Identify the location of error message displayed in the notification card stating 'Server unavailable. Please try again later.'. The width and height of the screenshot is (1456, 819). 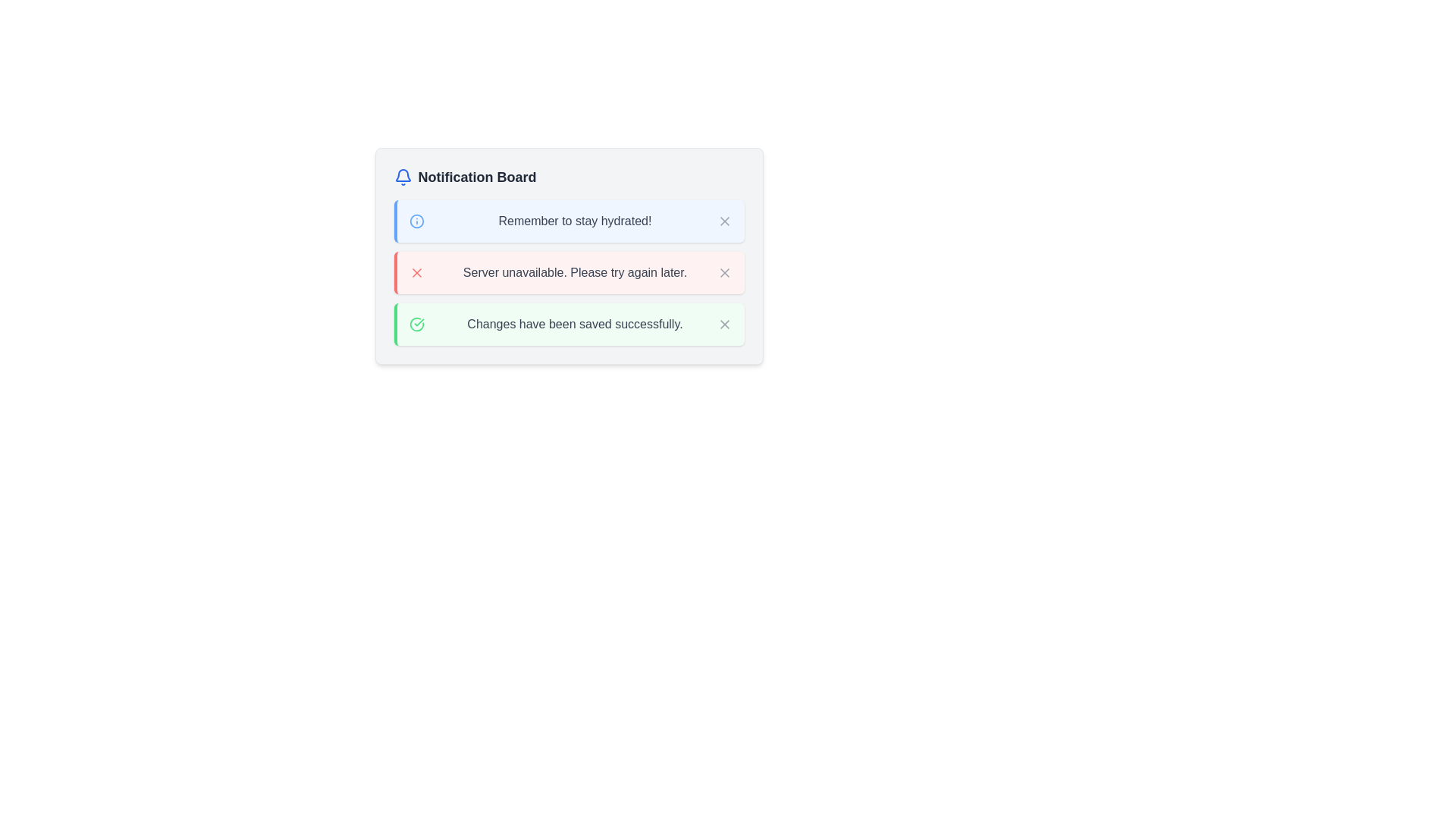
(568, 271).